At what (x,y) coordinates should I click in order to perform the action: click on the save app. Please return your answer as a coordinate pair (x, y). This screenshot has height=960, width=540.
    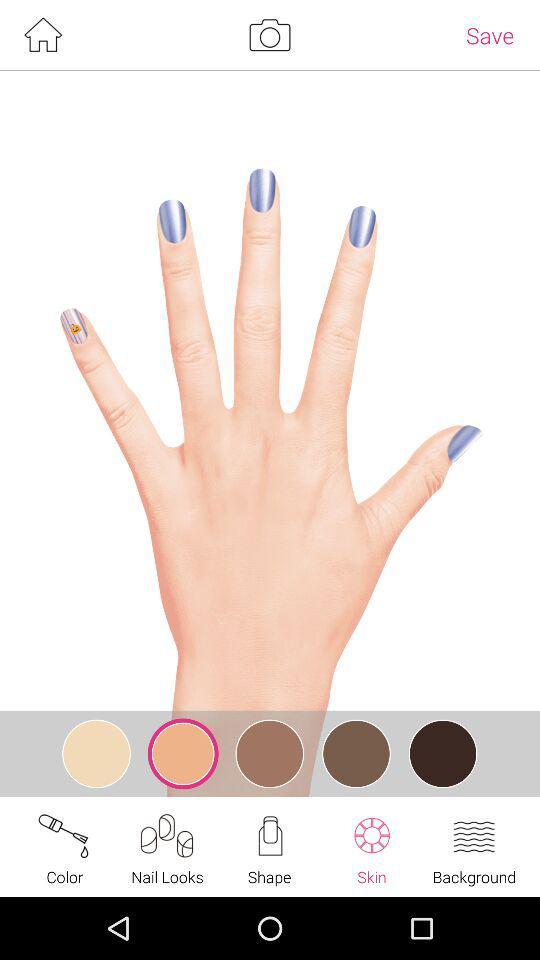
    Looking at the image, I should click on (489, 34).